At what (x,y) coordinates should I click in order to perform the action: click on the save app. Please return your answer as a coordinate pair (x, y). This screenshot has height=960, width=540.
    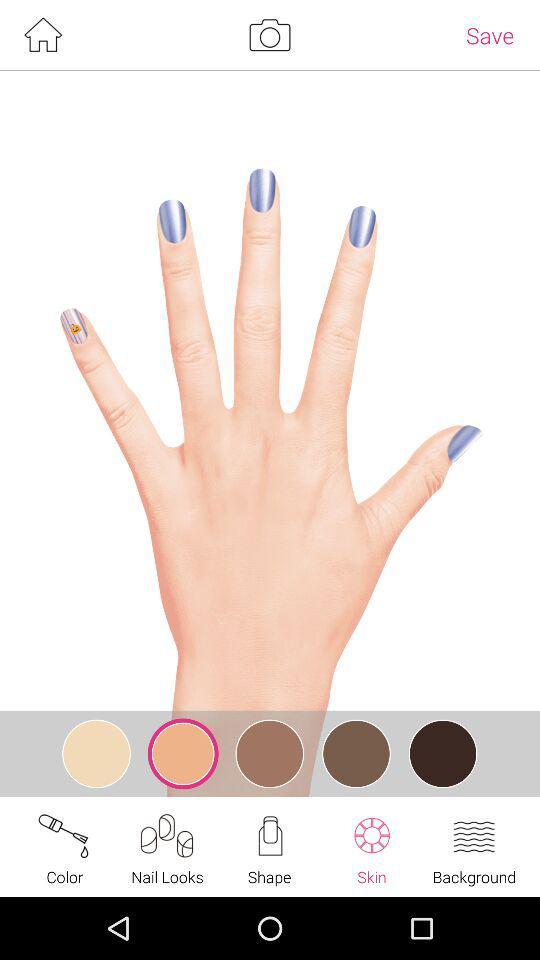
    Looking at the image, I should click on (489, 34).